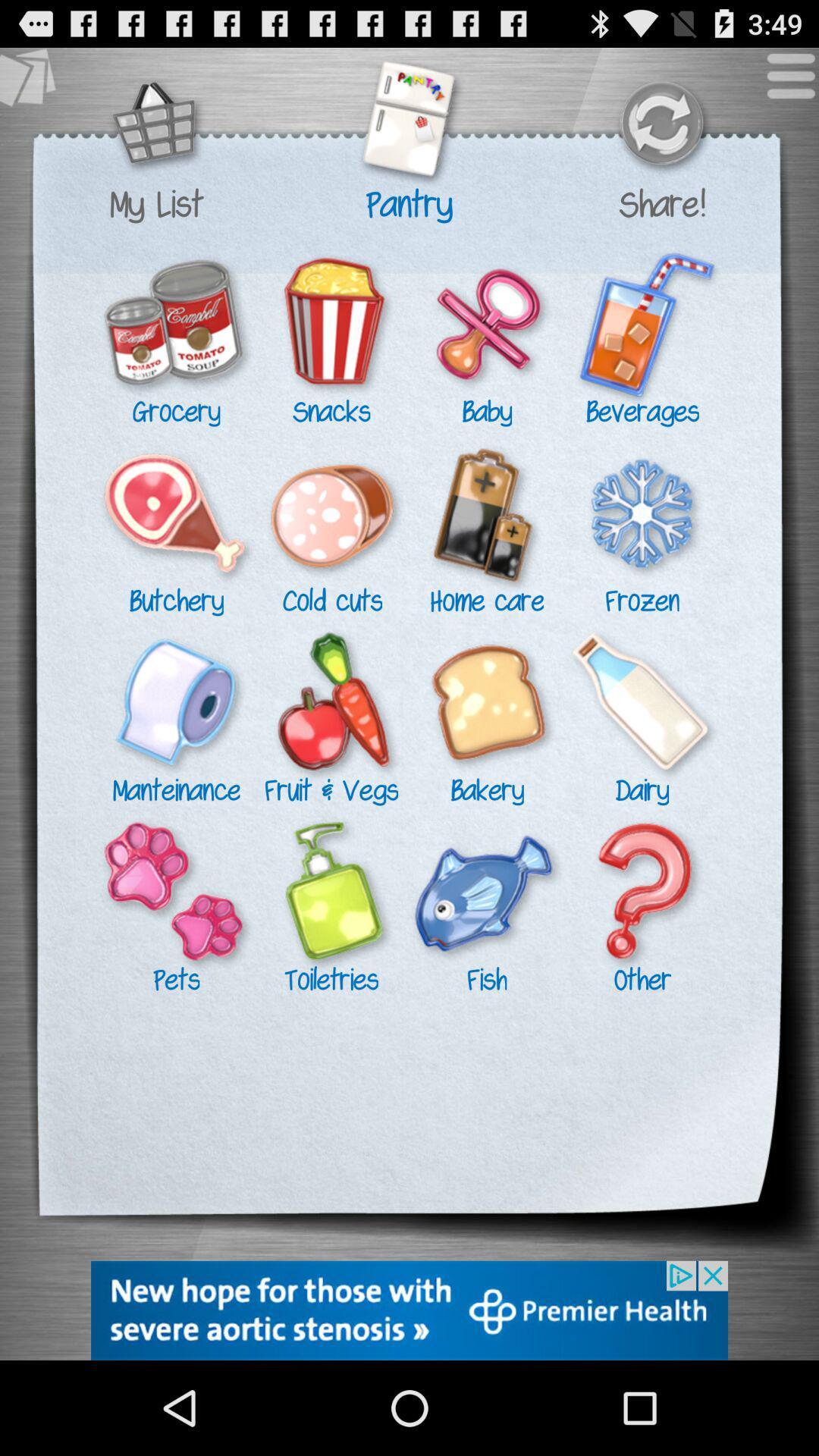 This screenshot has width=819, height=1456. Describe the element at coordinates (783, 89) in the screenshot. I see `the menu icon` at that location.